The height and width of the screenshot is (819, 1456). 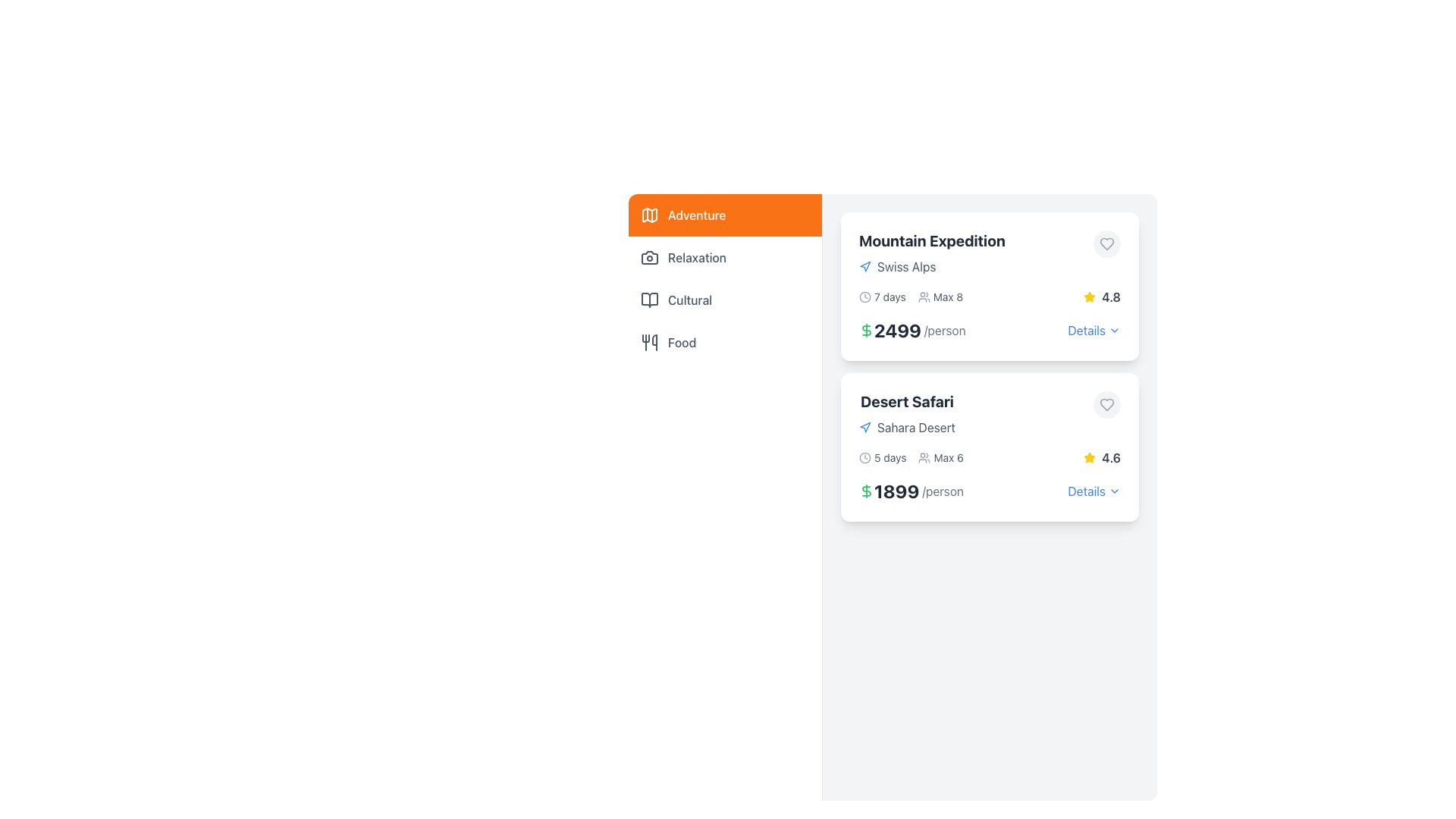 I want to click on the clock icon located in the details section of the Desert Safari card, which is styled with gray strokes and a circular outline, so click(x=865, y=457).